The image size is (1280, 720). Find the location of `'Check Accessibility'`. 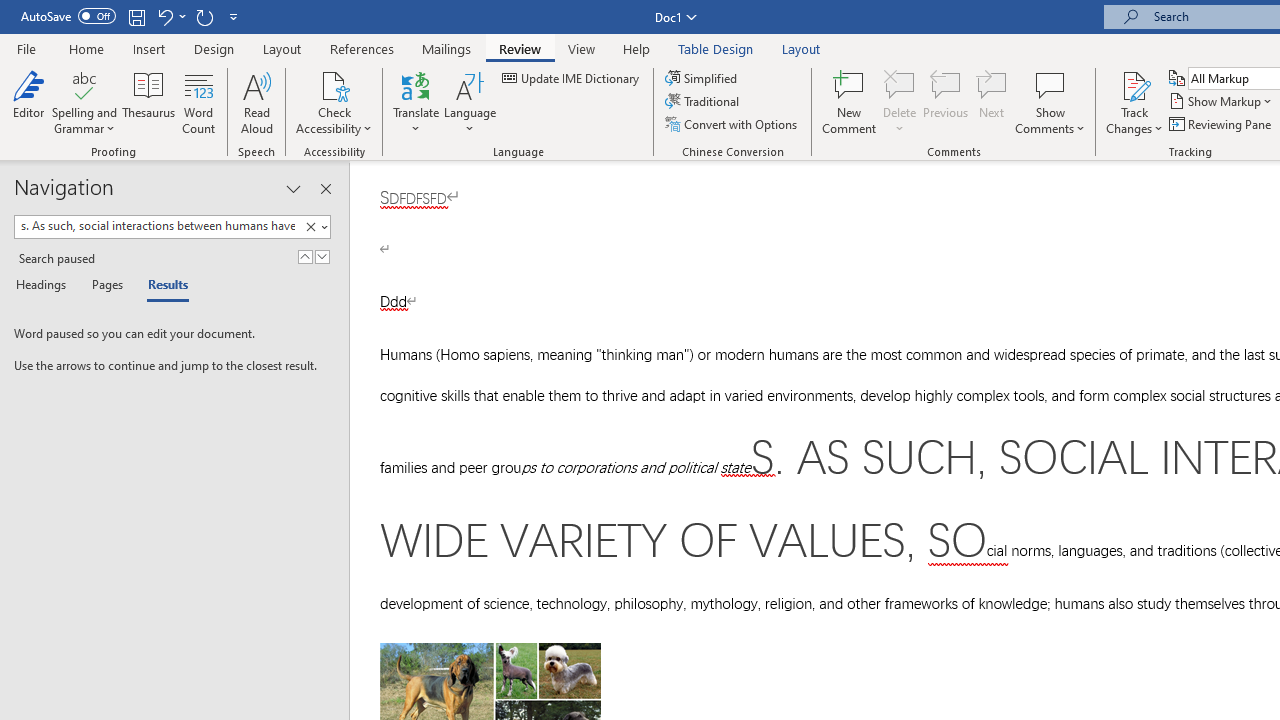

'Check Accessibility' is located at coordinates (334, 84).